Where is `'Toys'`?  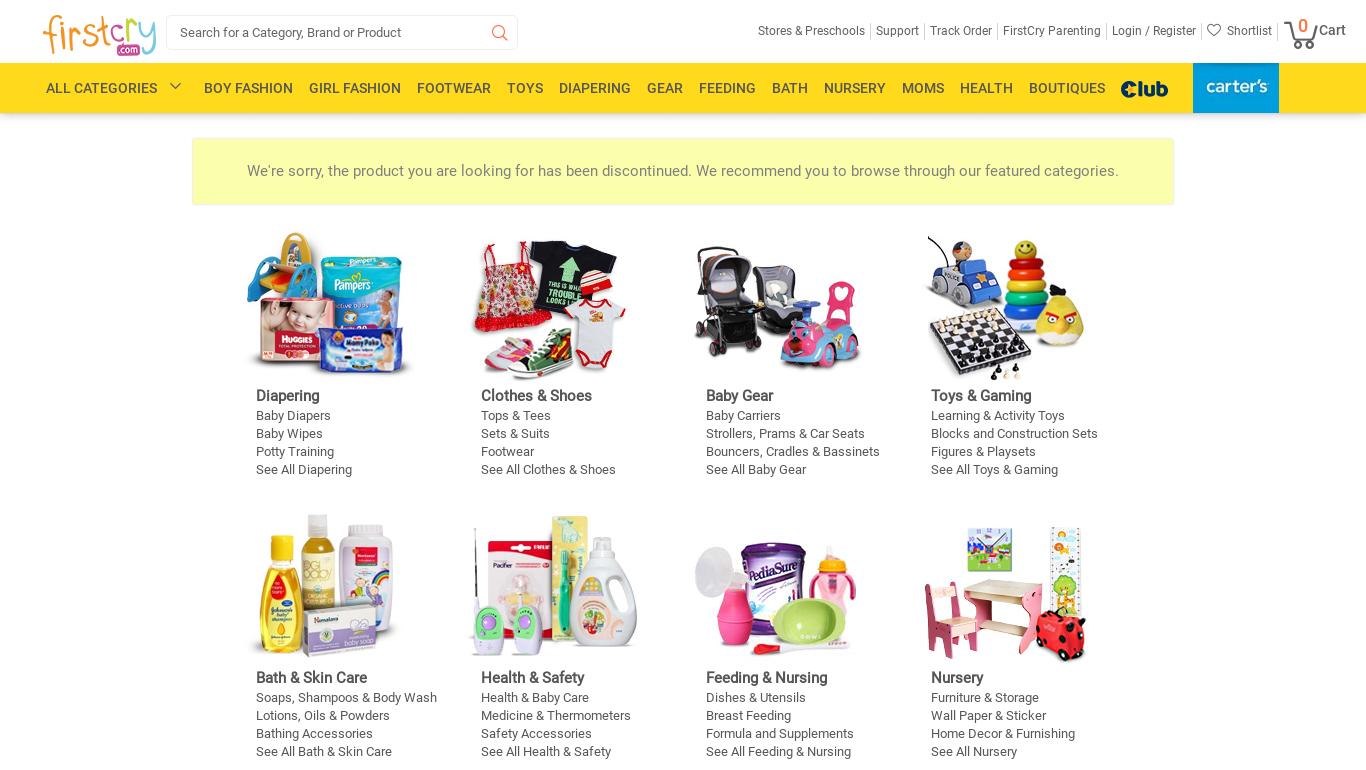
'Toys' is located at coordinates (507, 87).